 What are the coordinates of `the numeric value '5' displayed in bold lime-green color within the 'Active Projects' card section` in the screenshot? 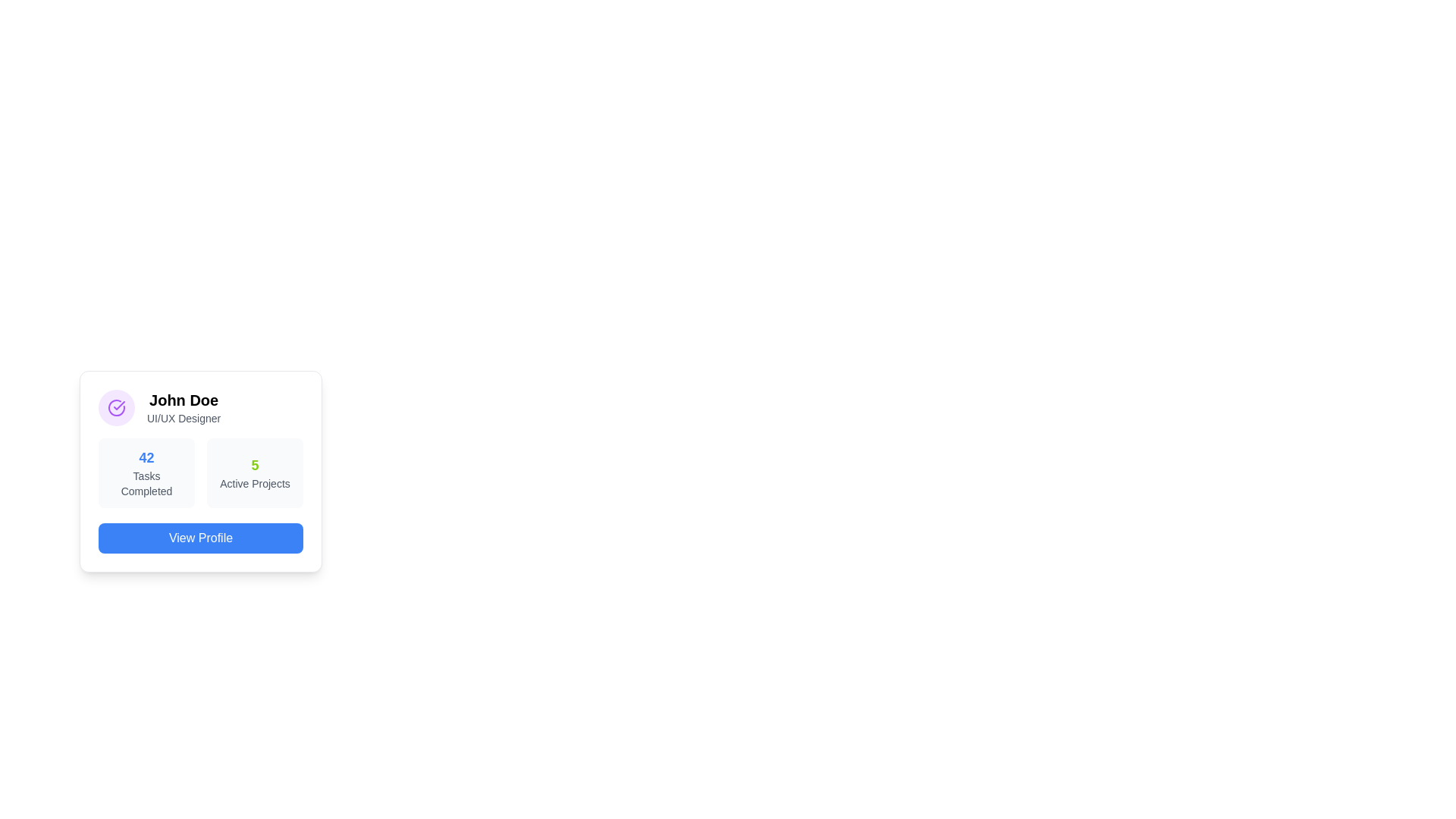 It's located at (255, 464).